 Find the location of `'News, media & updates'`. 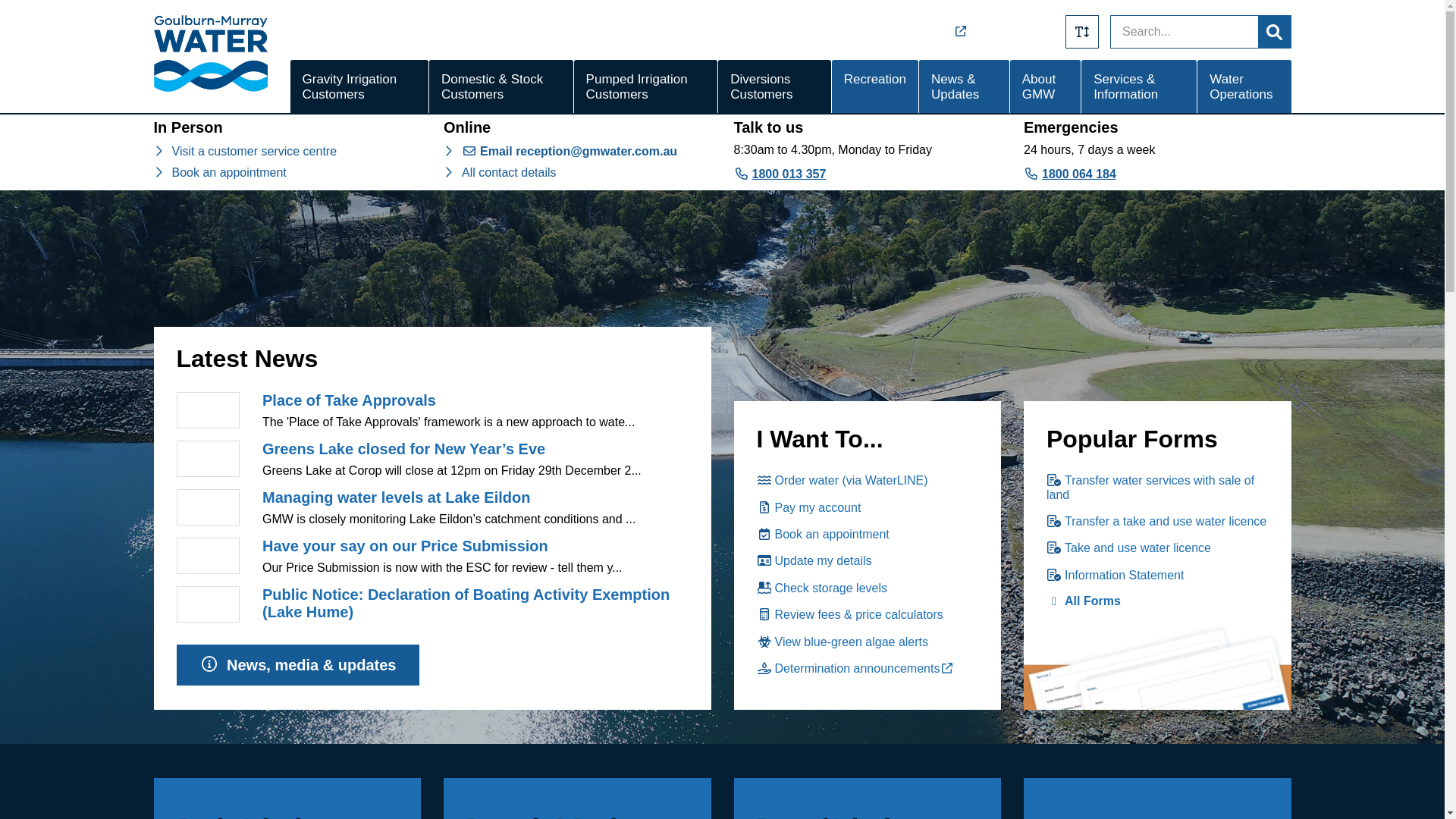

'News, media & updates' is located at coordinates (297, 664).